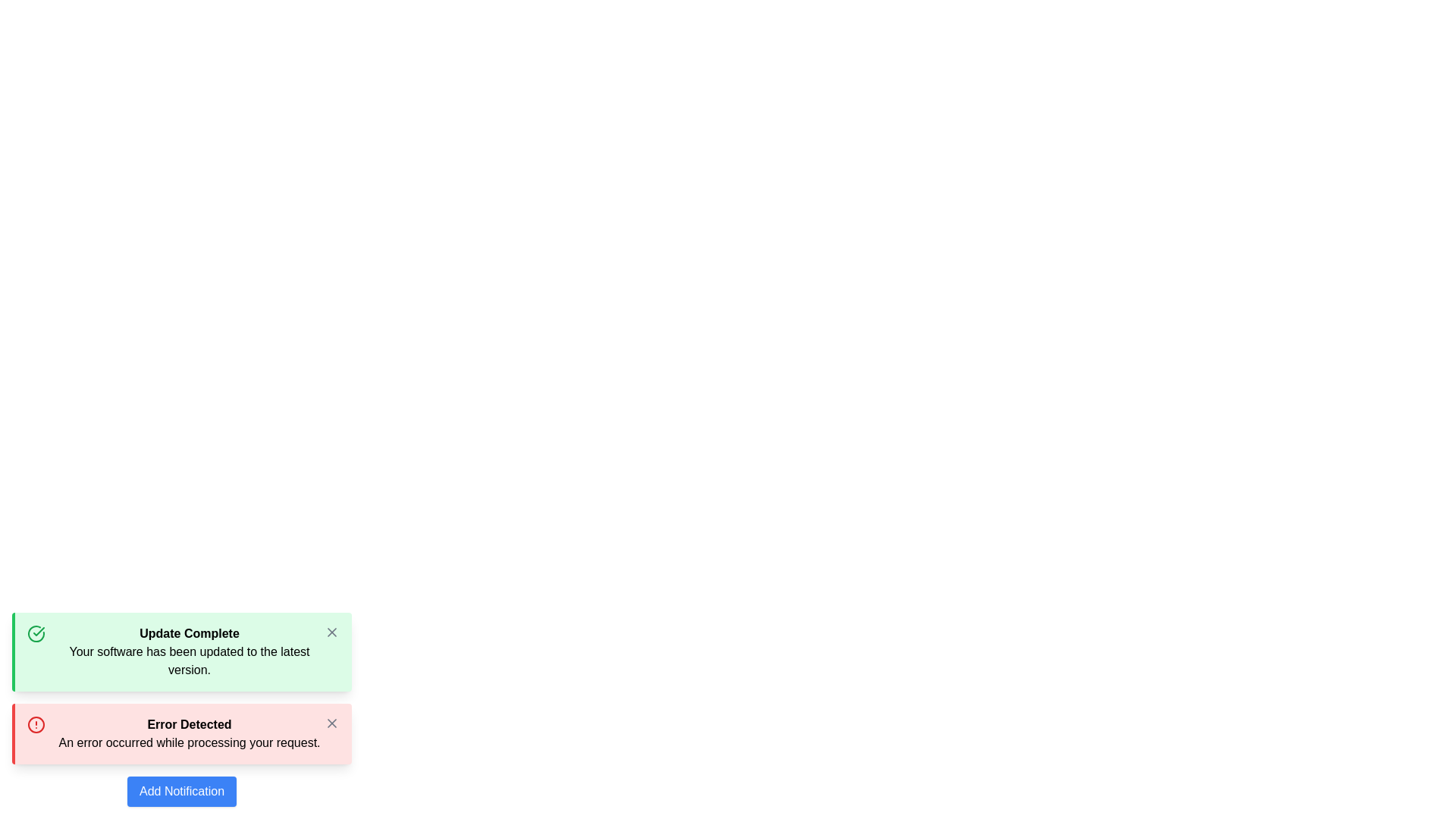 This screenshot has width=1456, height=819. What do you see at coordinates (188, 634) in the screenshot?
I see `the bold text element that says 'Update Complete', which is displayed on a light green background in the upper section of a notification card` at bounding box center [188, 634].